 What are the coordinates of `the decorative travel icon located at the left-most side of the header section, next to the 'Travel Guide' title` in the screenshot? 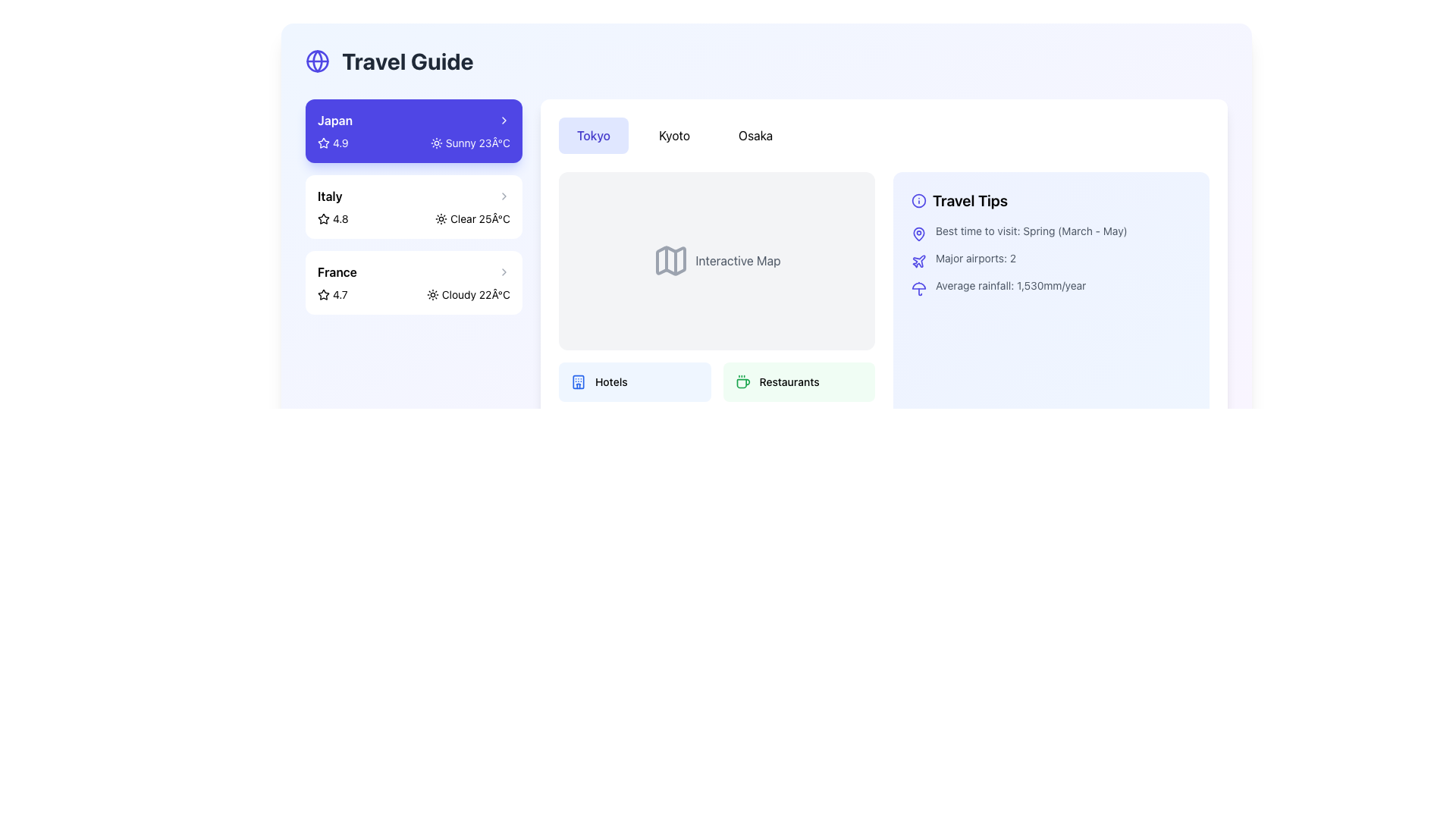 It's located at (316, 61).